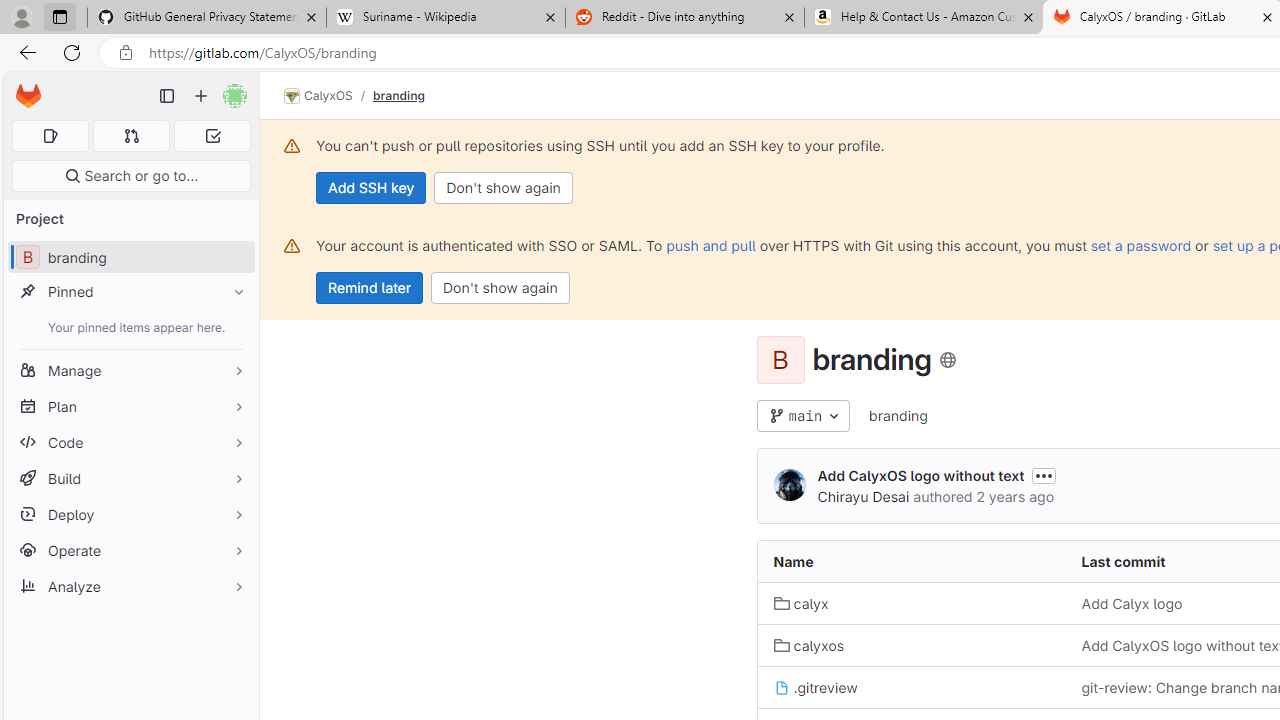 The image size is (1280, 720). Describe the element at coordinates (167, 96) in the screenshot. I see `'Primary navigation sidebar'` at that location.